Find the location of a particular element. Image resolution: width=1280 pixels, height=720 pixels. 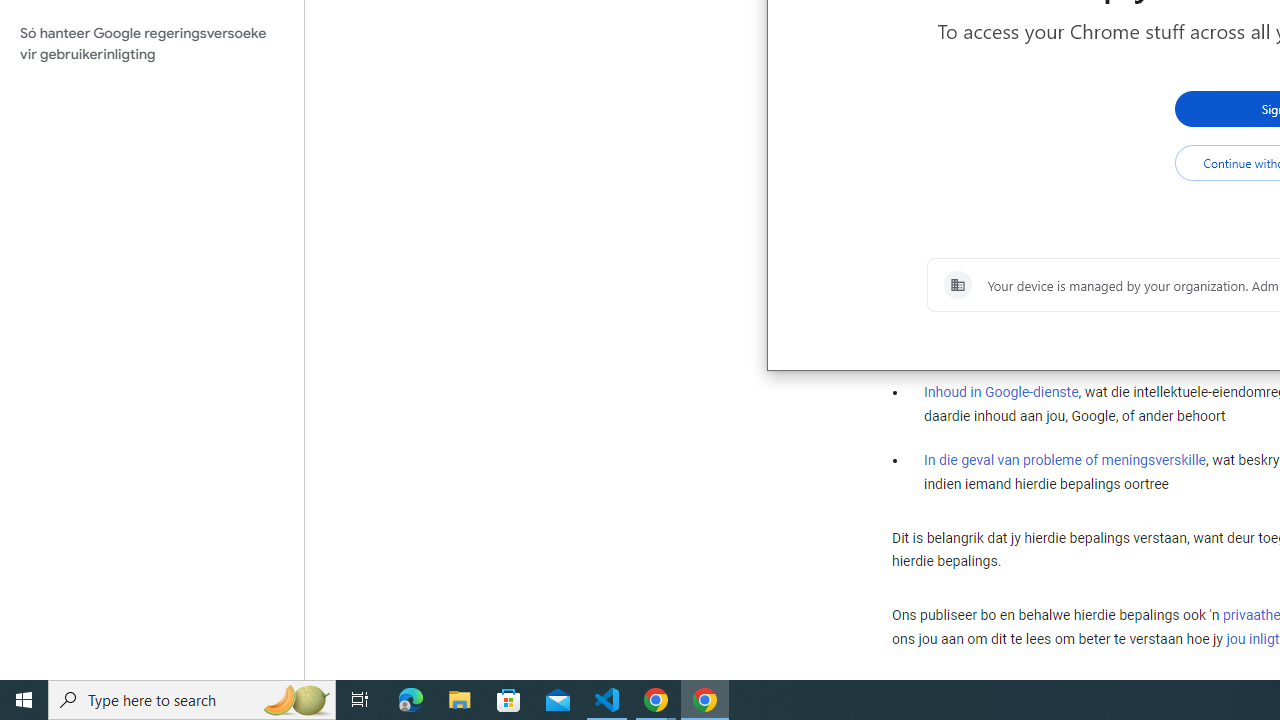

'Type here to search' is located at coordinates (192, 698).